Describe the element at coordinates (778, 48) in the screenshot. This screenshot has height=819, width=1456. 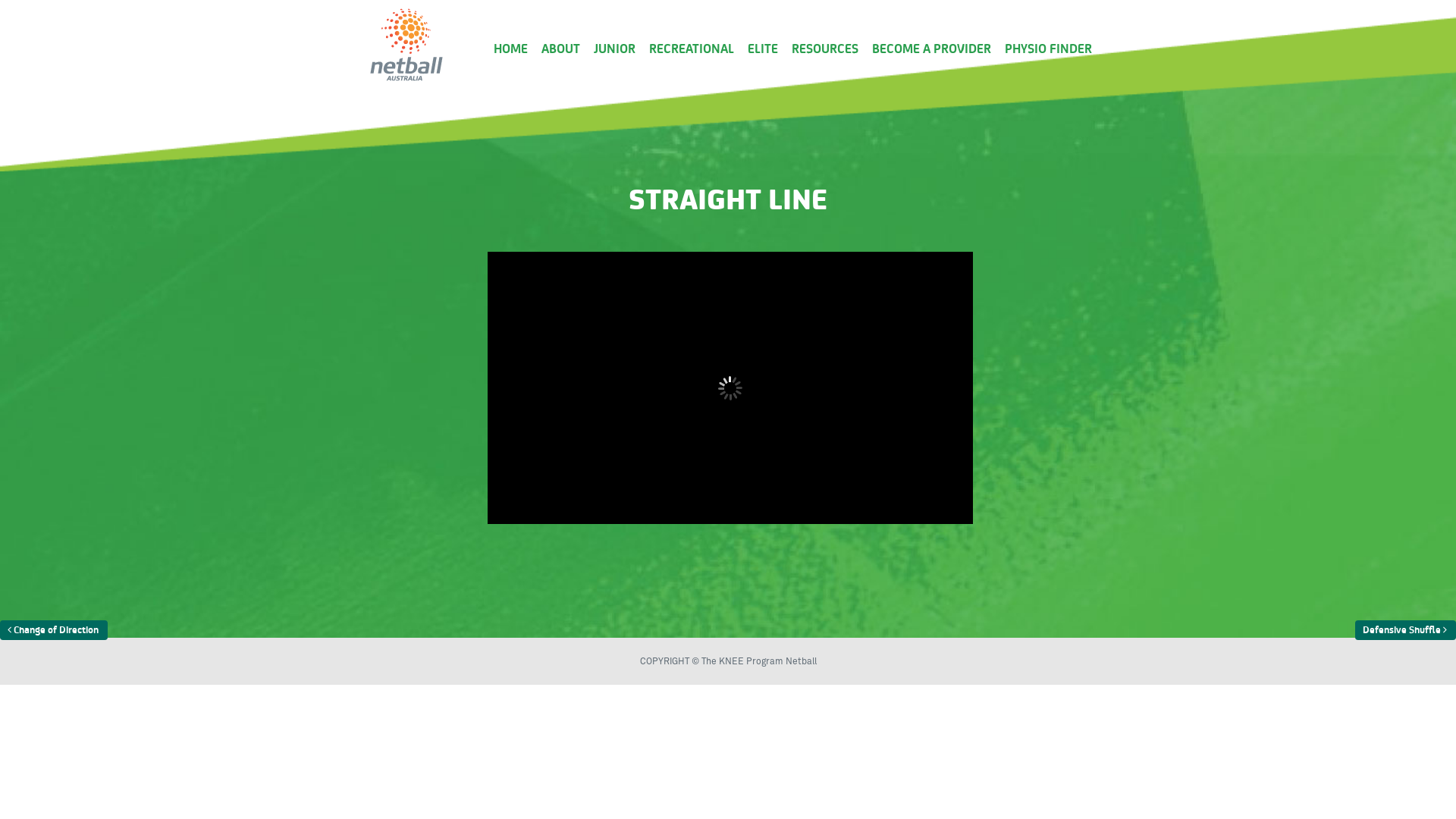
I see `'RESOURCES'` at that location.